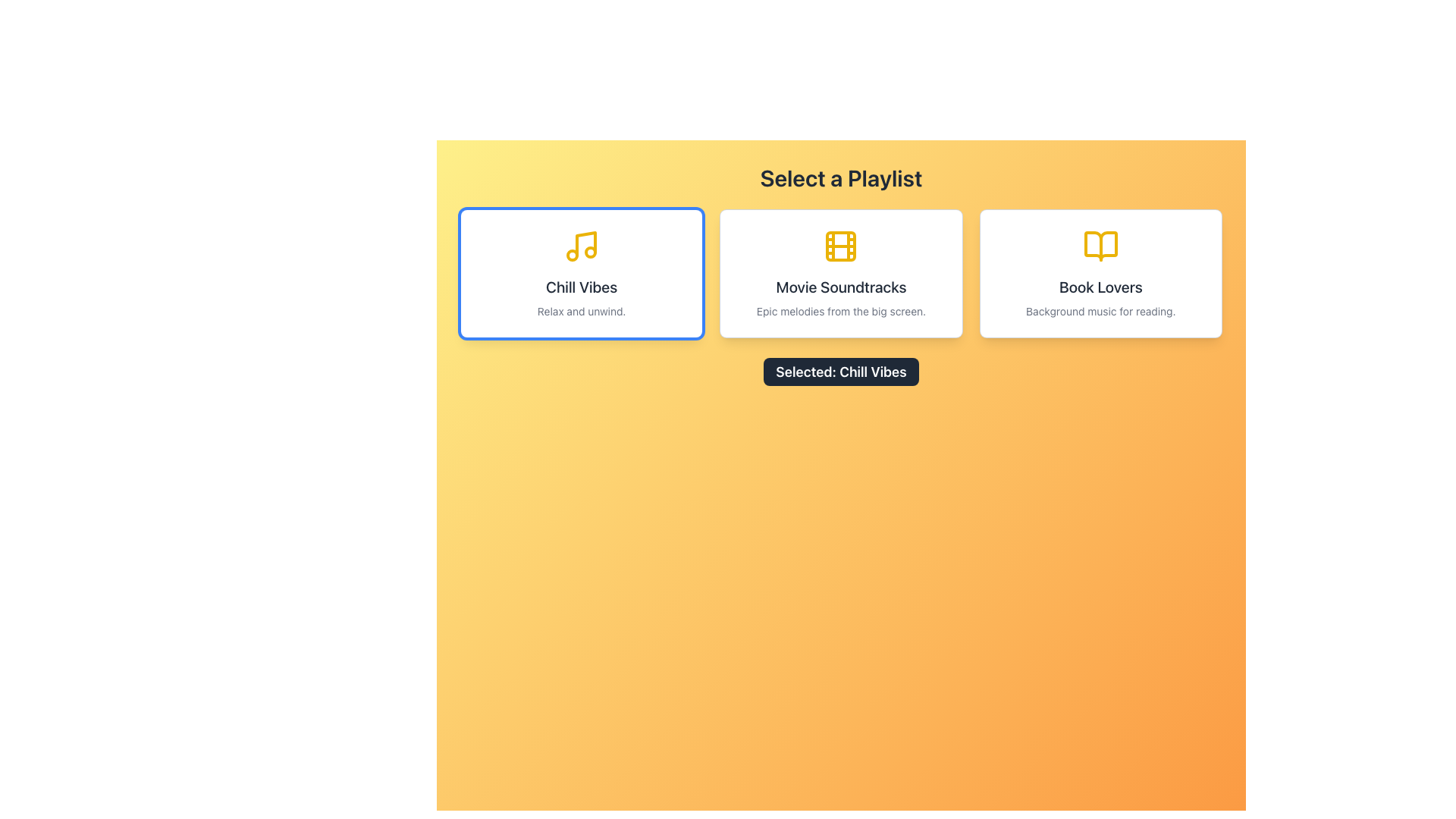  What do you see at coordinates (1100, 311) in the screenshot?
I see `text 'Background music for reading.' which is small-sized, gray-colored, and centered beneath the 'Book Lovers' title within the 'Book Lovers' card` at bounding box center [1100, 311].